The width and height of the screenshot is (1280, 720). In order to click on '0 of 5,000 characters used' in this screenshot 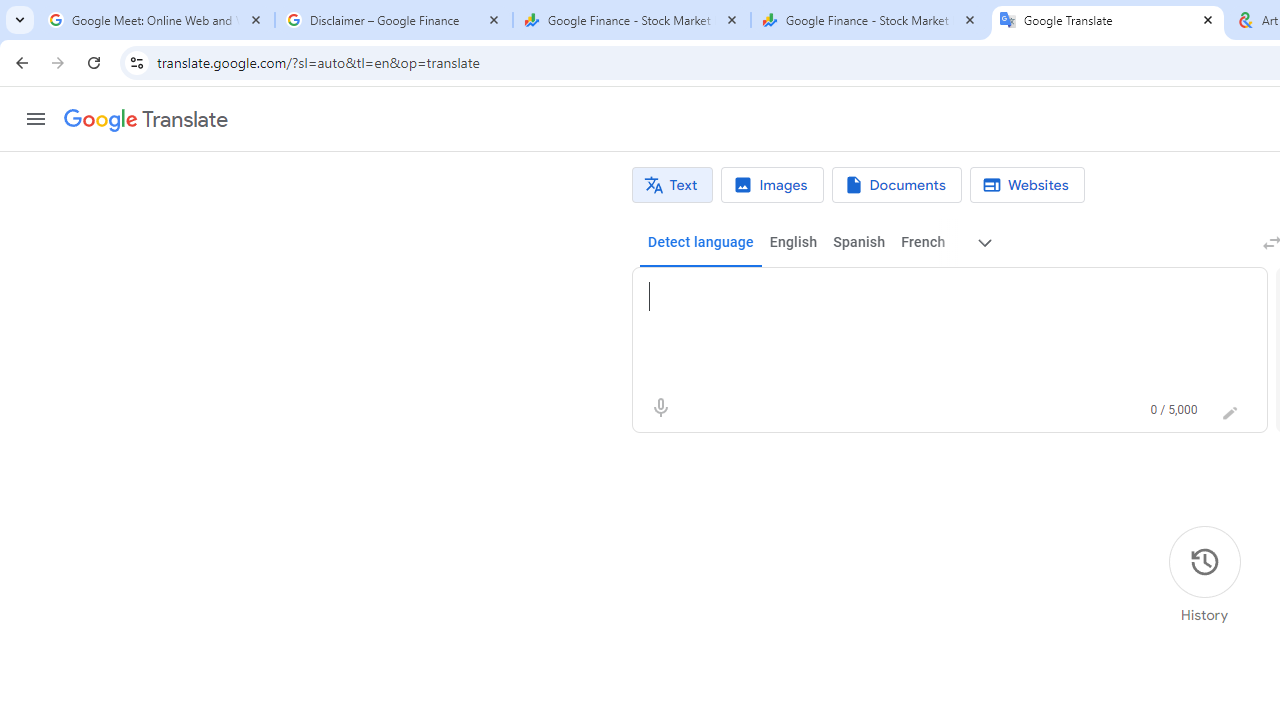, I will do `click(1173, 409)`.